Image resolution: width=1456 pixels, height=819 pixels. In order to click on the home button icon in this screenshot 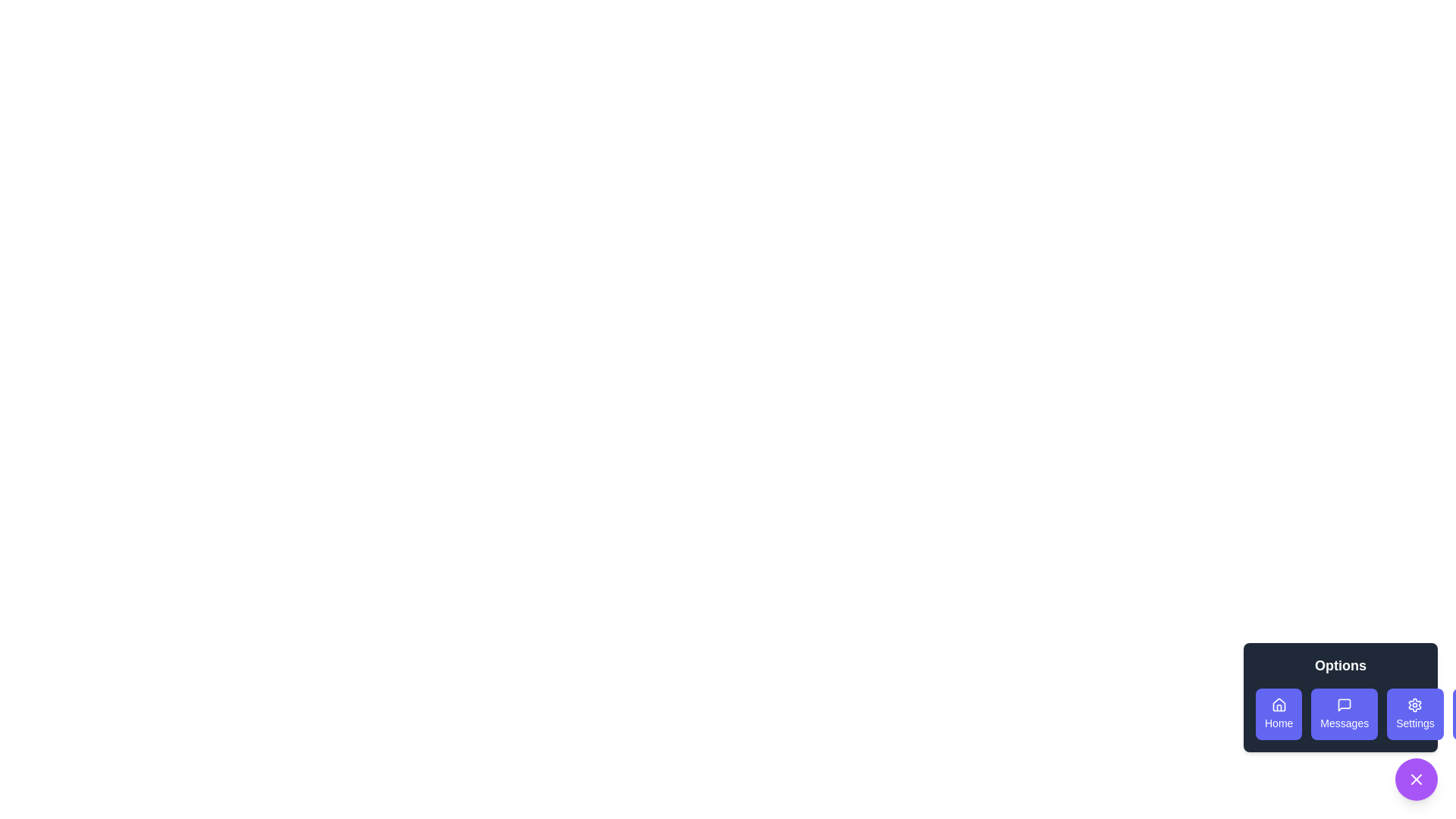, I will do `click(1278, 704)`.